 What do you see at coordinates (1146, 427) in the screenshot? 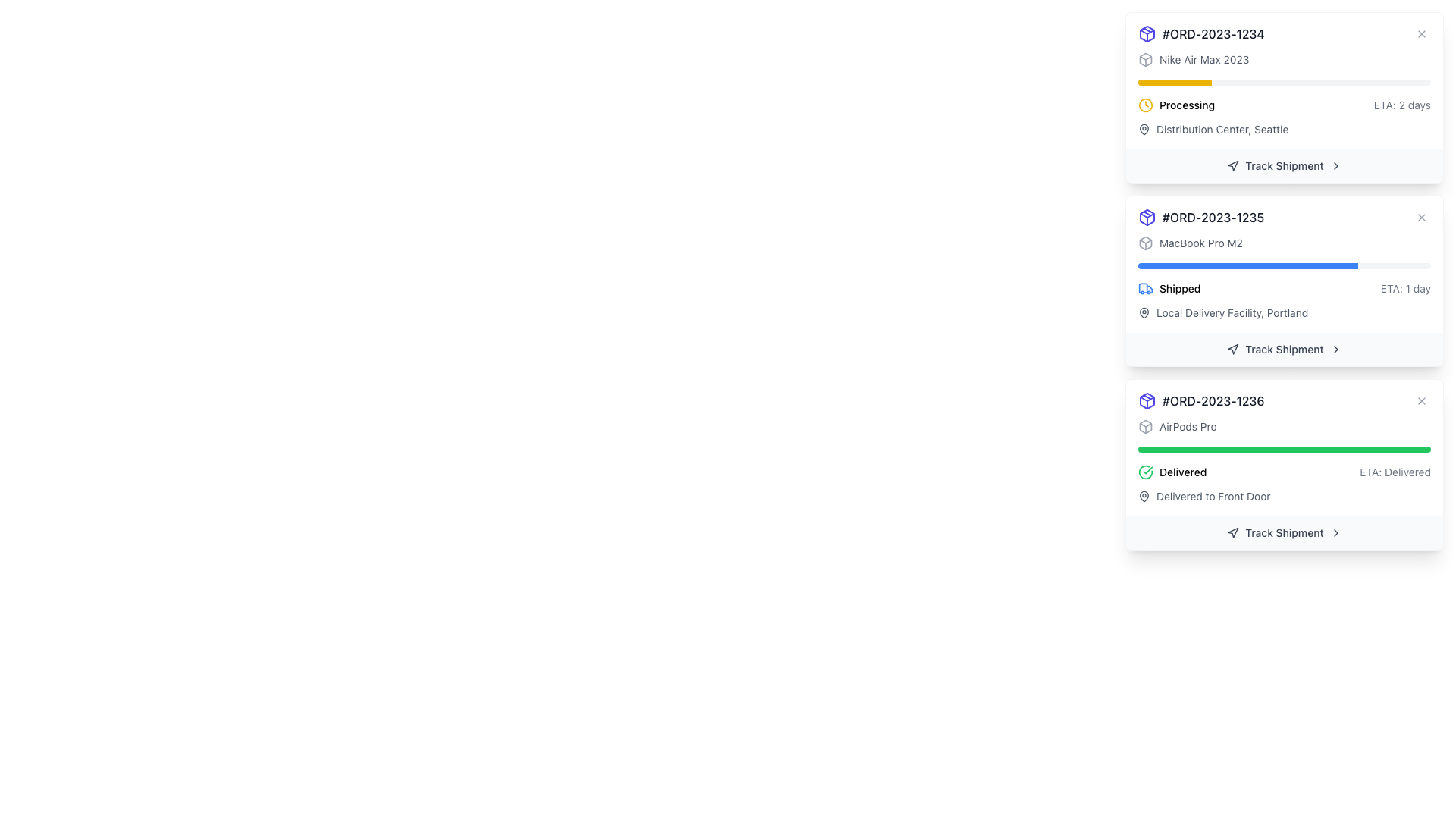
I see `the decorative or navigational icon next to the '#ORD-2023-1235' heading for visual feedback on the order type or status of the entry titled 'MacBook Pro M2'` at bounding box center [1146, 427].